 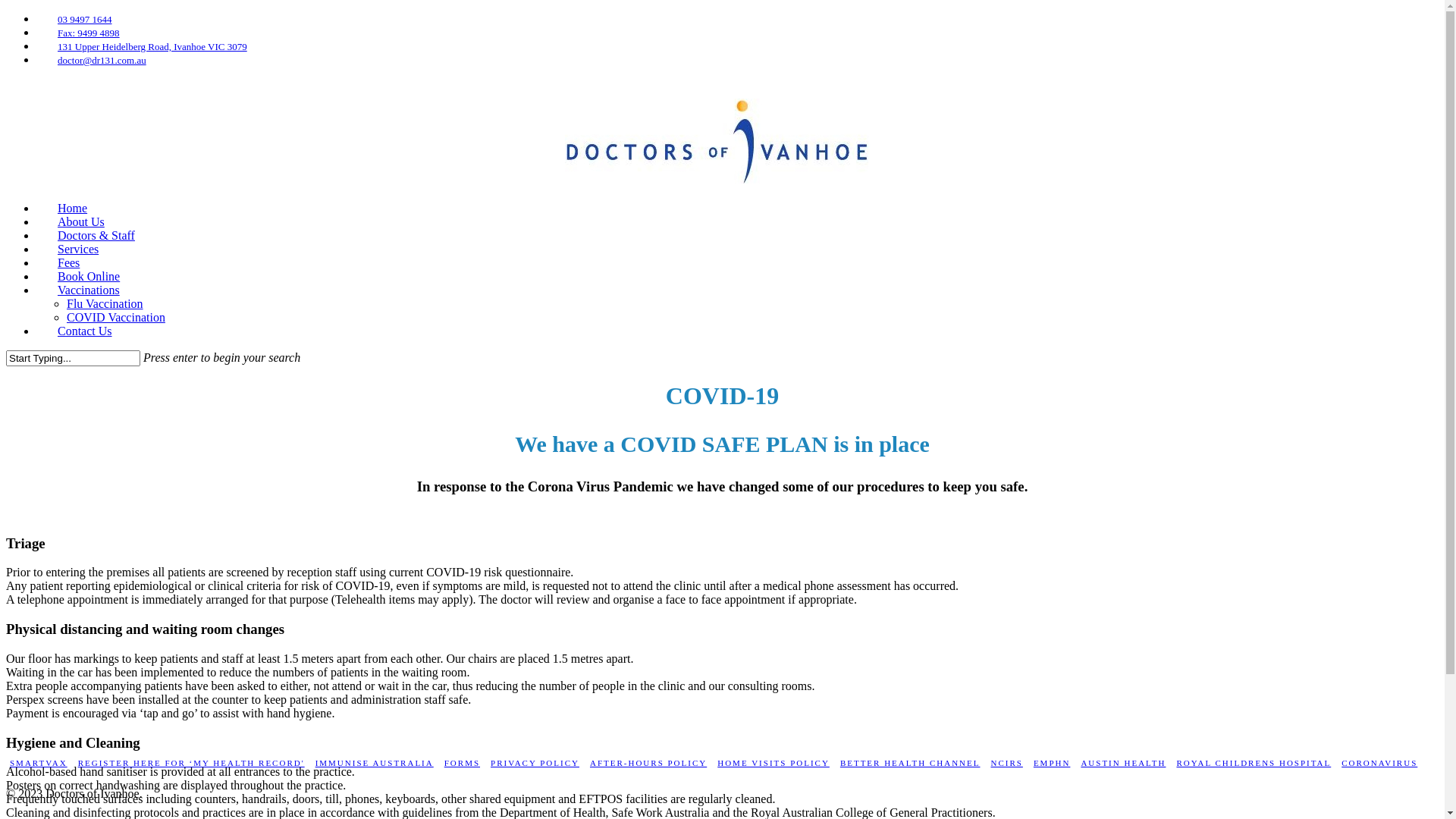 I want to click on 'Book Online', so click(x=87, y=276).